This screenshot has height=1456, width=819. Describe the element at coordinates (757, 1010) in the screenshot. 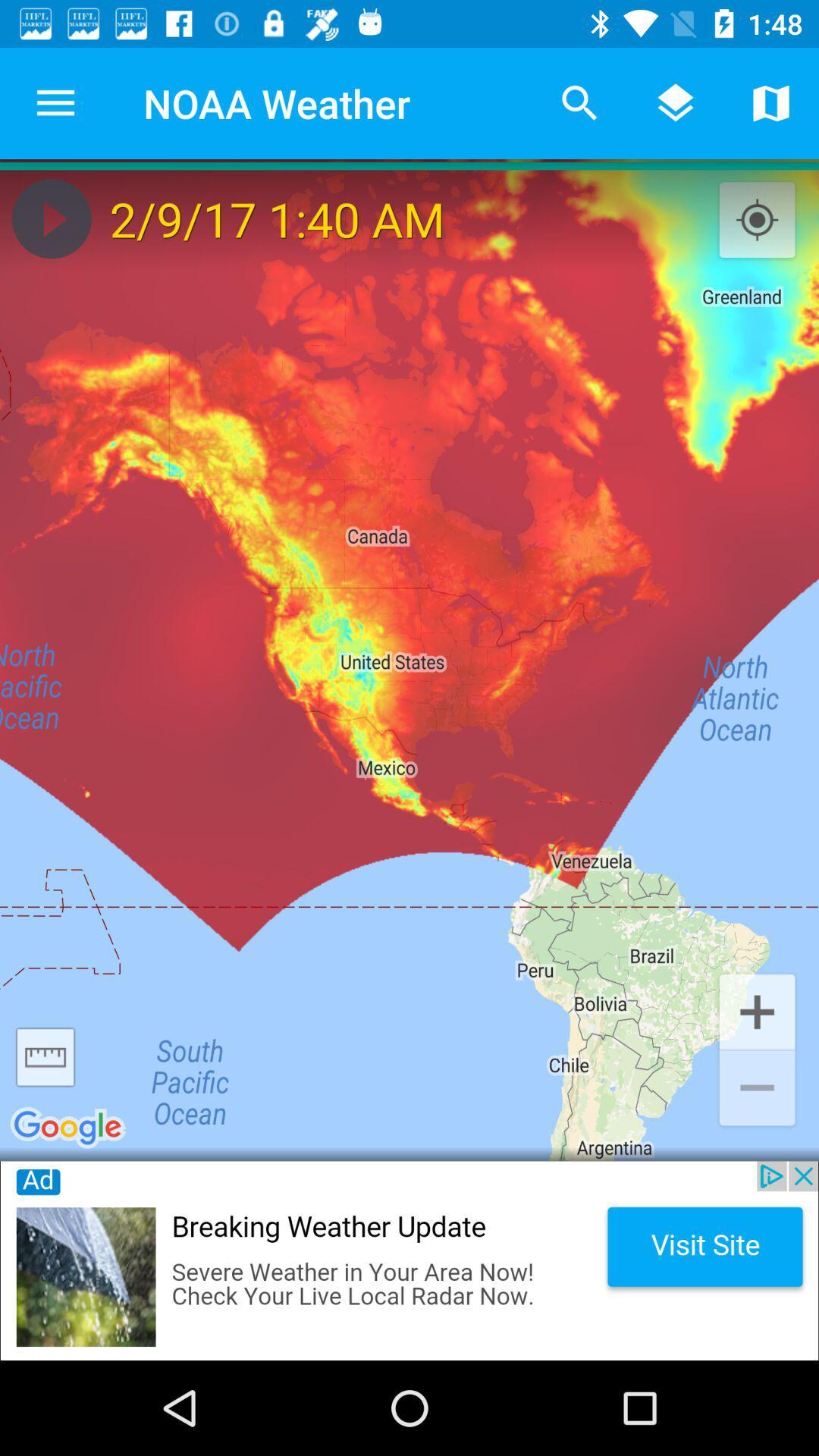

I see `the add icon` at that location.